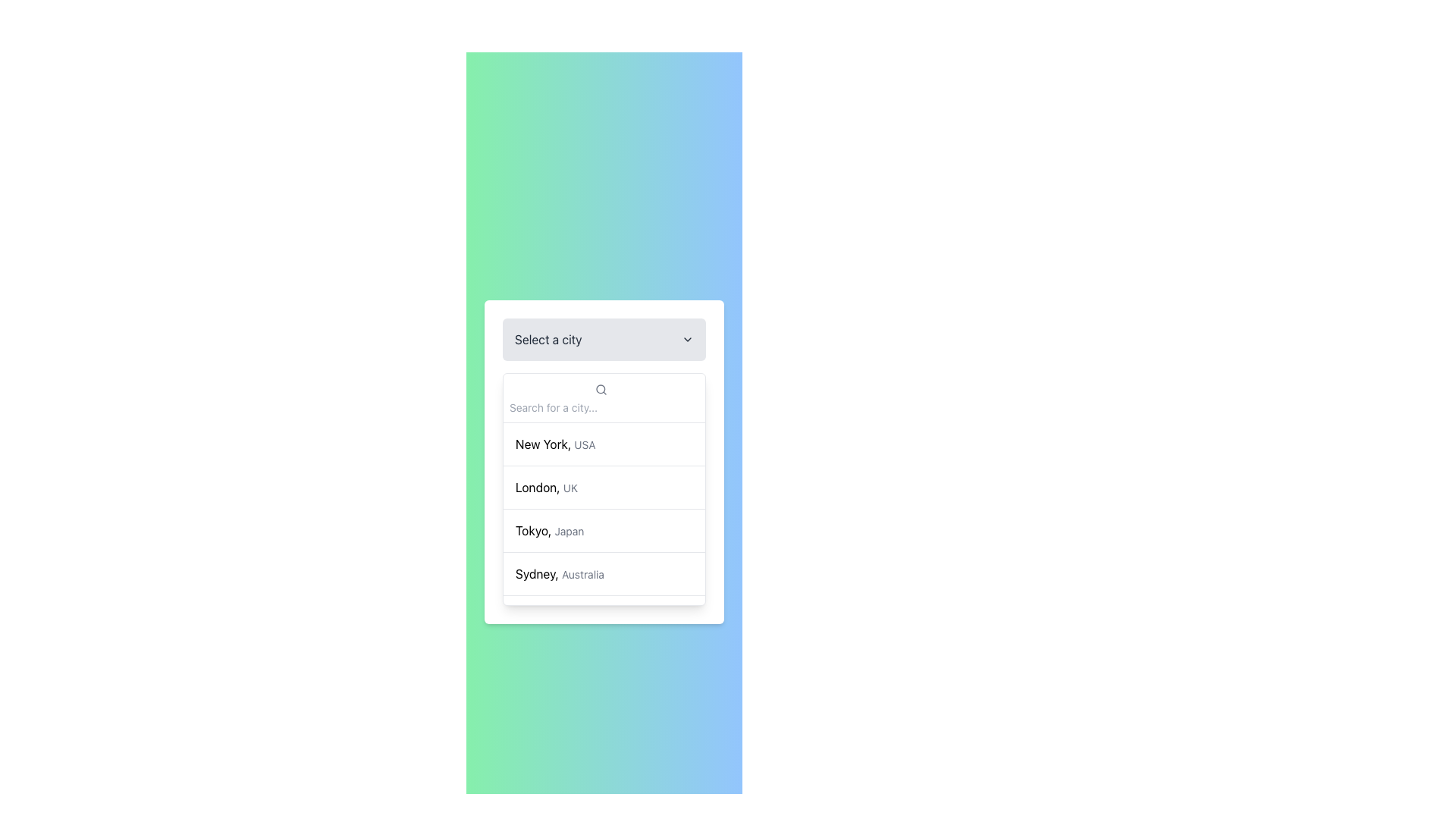  Describe the element at coordinates (584, 444) in the screenshot. I see `text label 'USA' which is styled with a small font size and gray color, located to the right of 'New York' in the dropdown list under 'New York, USA'` at that location.